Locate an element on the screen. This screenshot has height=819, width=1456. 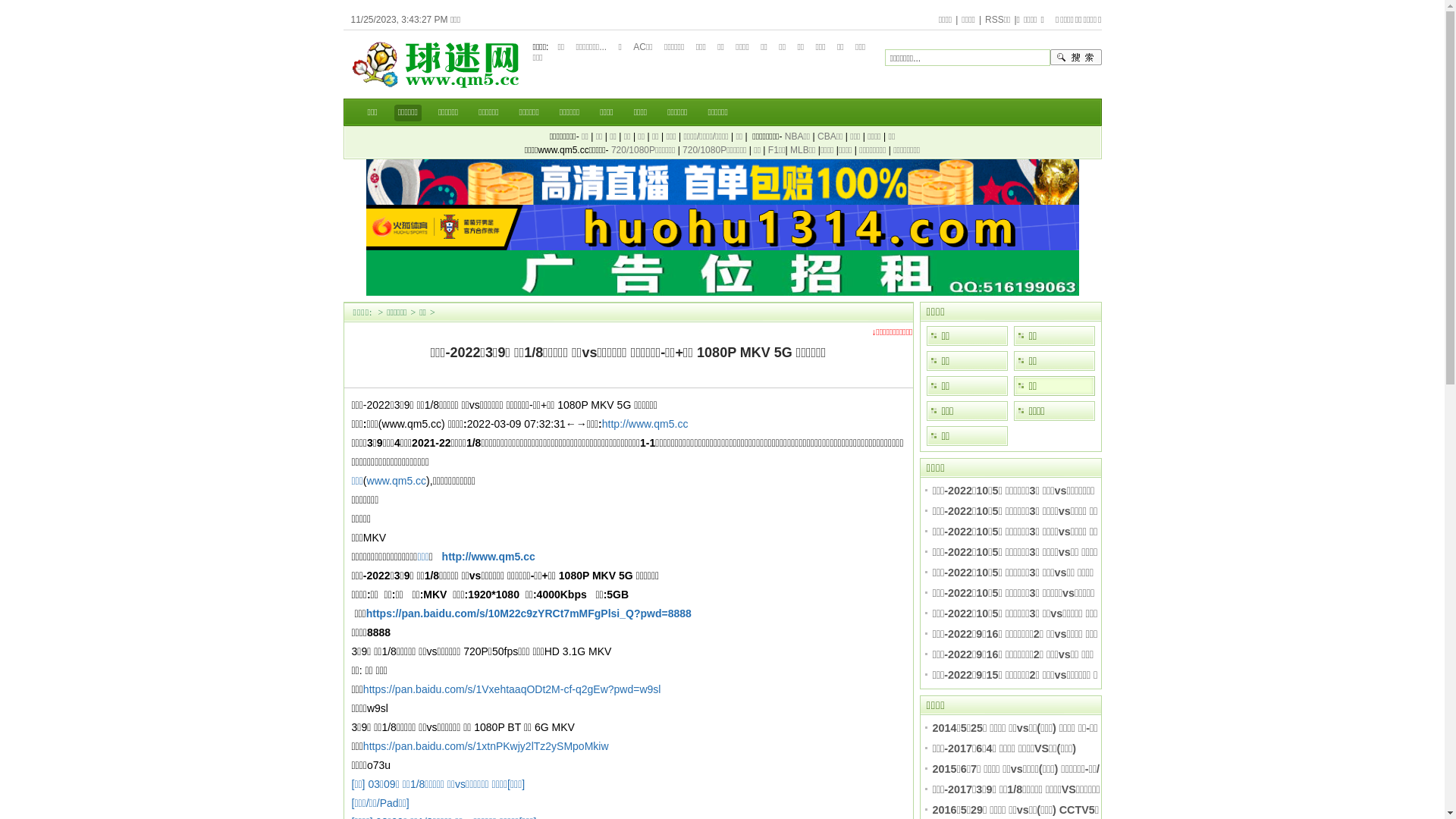
'https://pan.baidu.com/s/1VxehtaaqODt2M-cf-q2gEw?pwd=w9sl' is located at coordinates (512, 689).